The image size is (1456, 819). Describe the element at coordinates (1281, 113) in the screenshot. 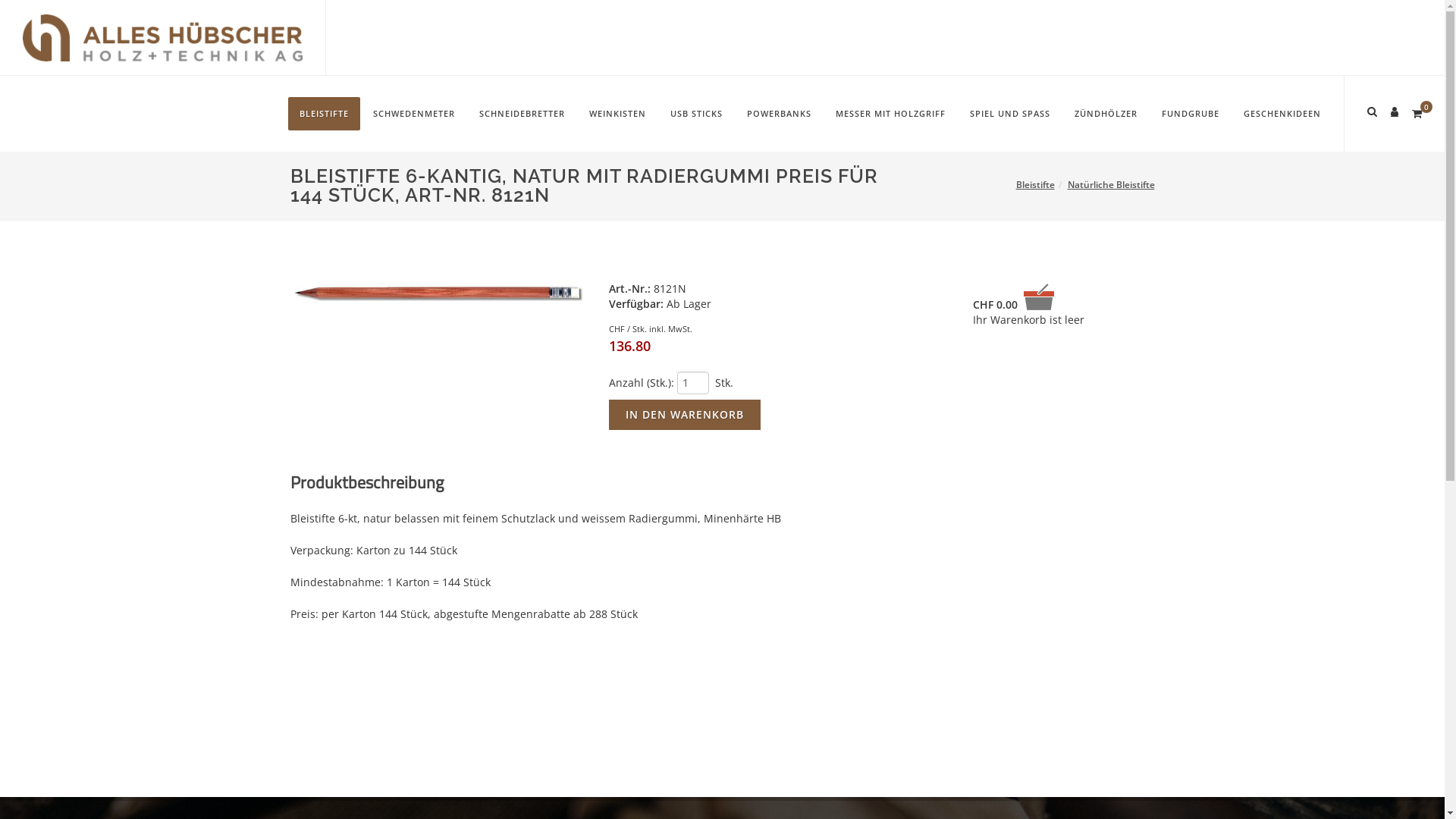

I see `'GESCHENKIDEEN'` at that location.